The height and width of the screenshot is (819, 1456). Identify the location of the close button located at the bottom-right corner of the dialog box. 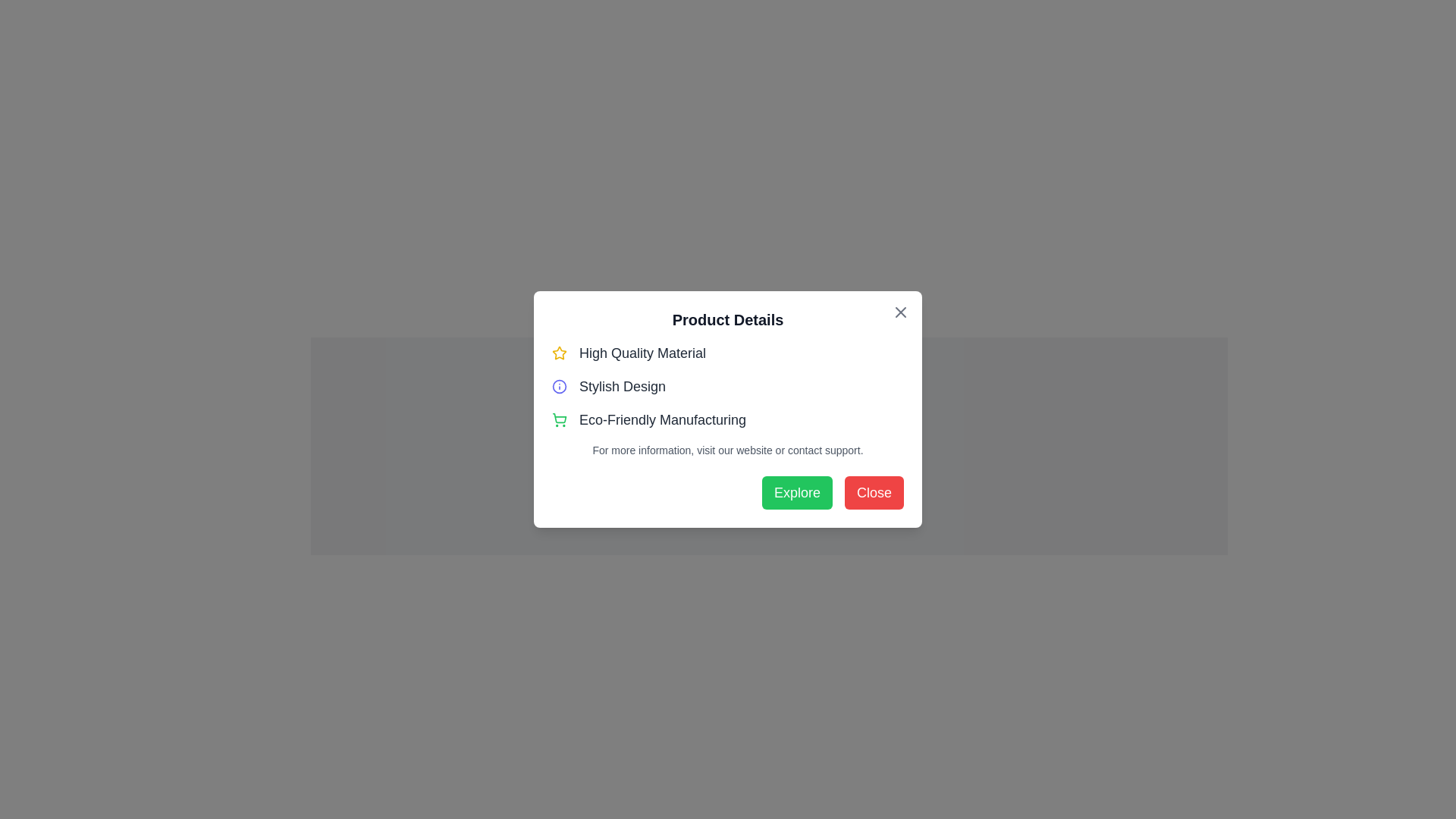
(874, 493).